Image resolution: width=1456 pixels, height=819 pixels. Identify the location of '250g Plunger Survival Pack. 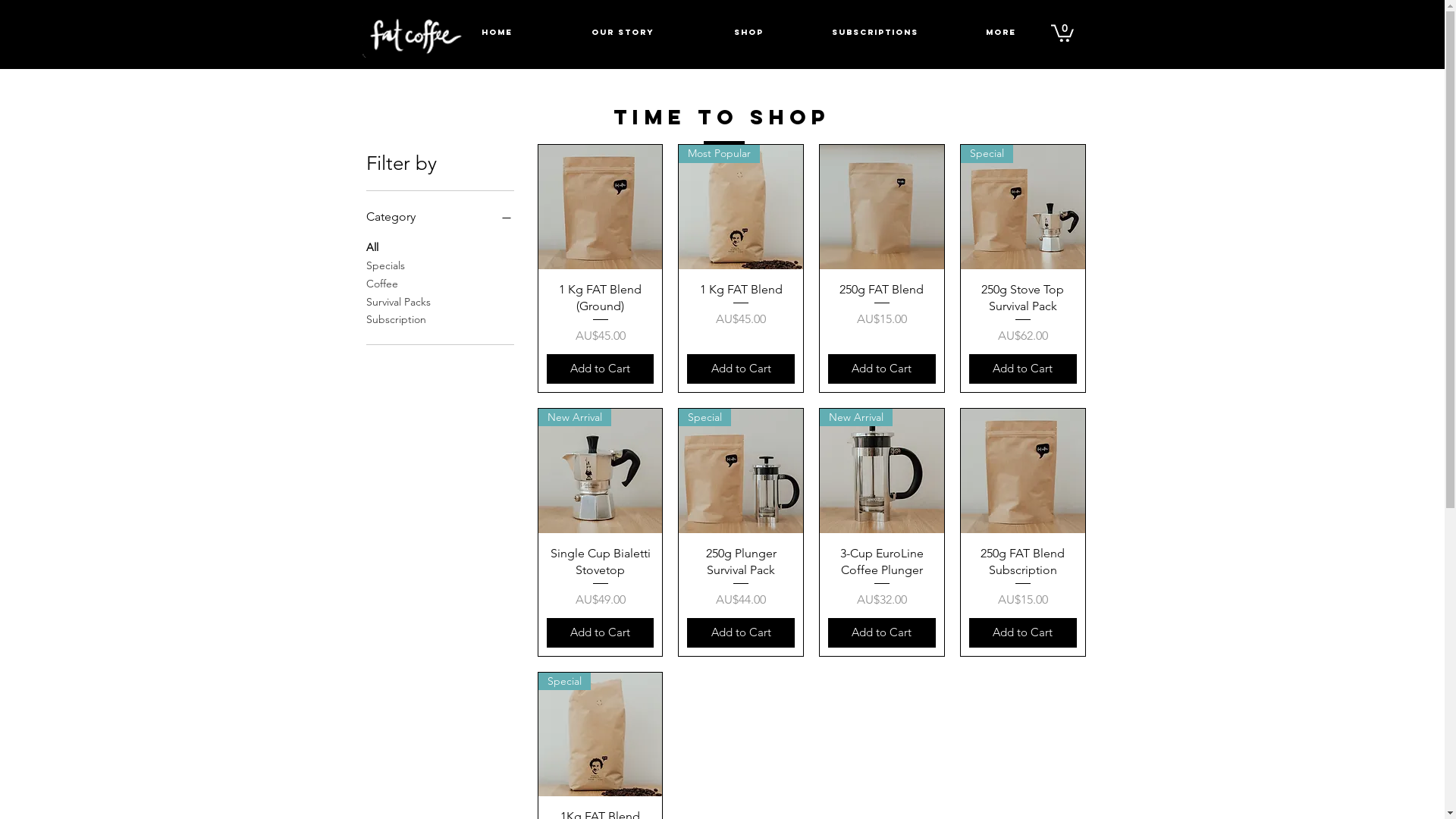
(741, 577).